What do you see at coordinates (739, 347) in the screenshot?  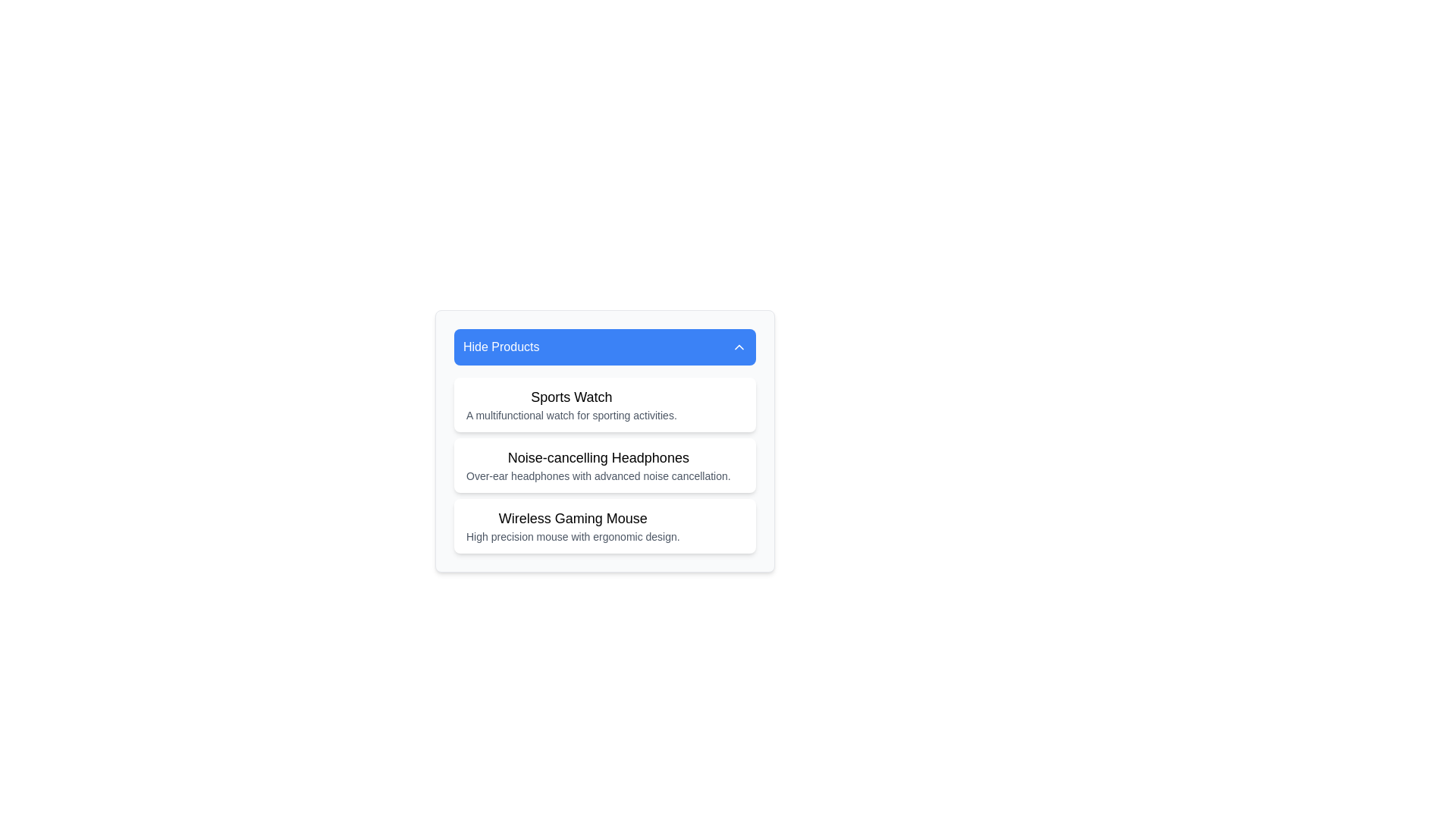 I see `the collapse icon located to the right of the 'Hide Products' button` at bounding box center [739, 347].